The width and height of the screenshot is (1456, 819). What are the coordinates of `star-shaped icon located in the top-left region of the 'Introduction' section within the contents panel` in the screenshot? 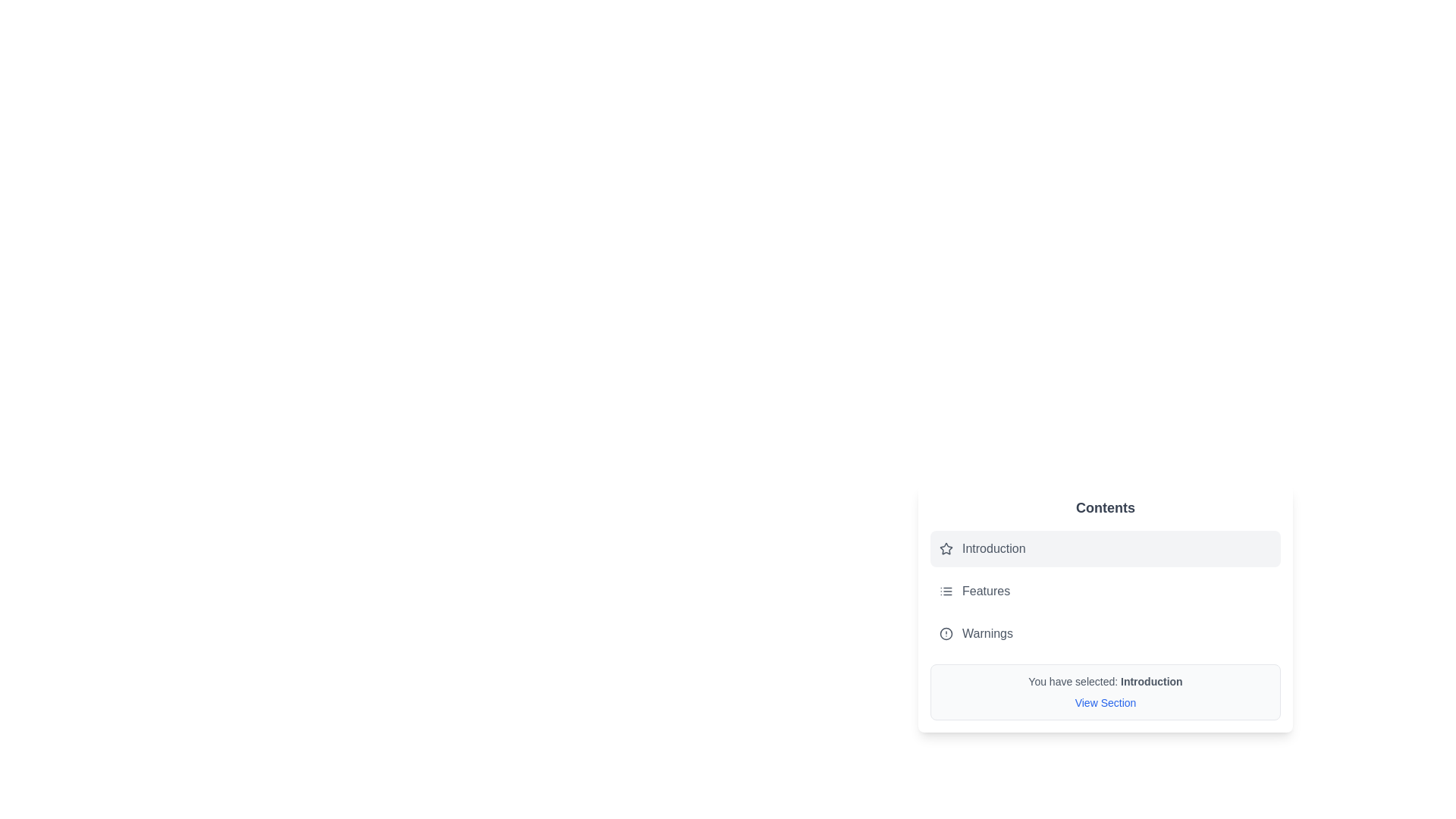 It's located at (946, 548).